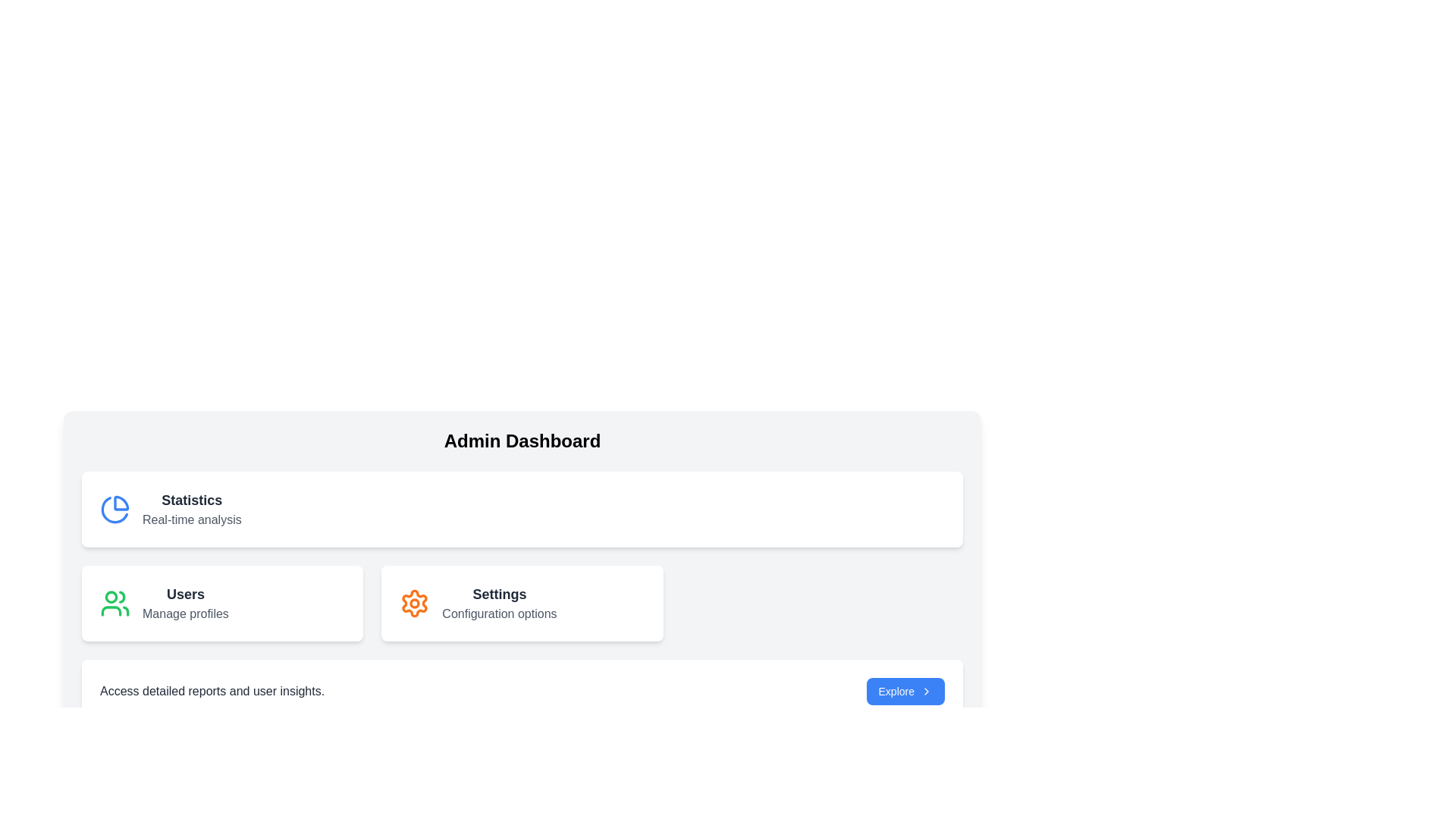  Describe the element at coordinates (415, 602) in the screenshot. I see `the gear icon located in the 'Settings' card` at that location.